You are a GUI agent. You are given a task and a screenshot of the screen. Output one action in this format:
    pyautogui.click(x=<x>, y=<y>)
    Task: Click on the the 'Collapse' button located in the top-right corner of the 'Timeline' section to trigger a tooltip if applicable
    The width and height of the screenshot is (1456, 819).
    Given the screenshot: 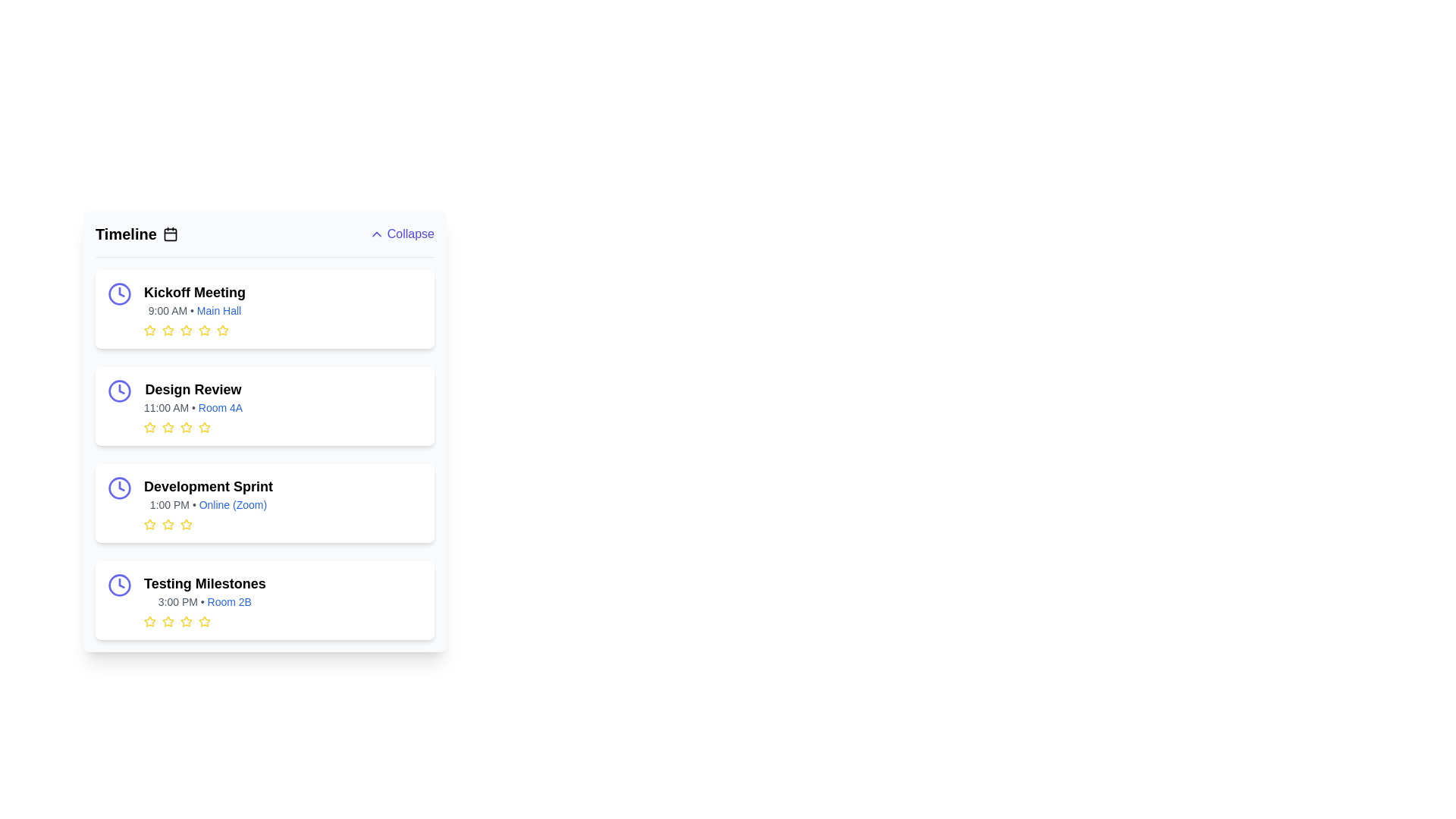 What is the action you would take?
    pyautogui.click(x=401, y=234)
    